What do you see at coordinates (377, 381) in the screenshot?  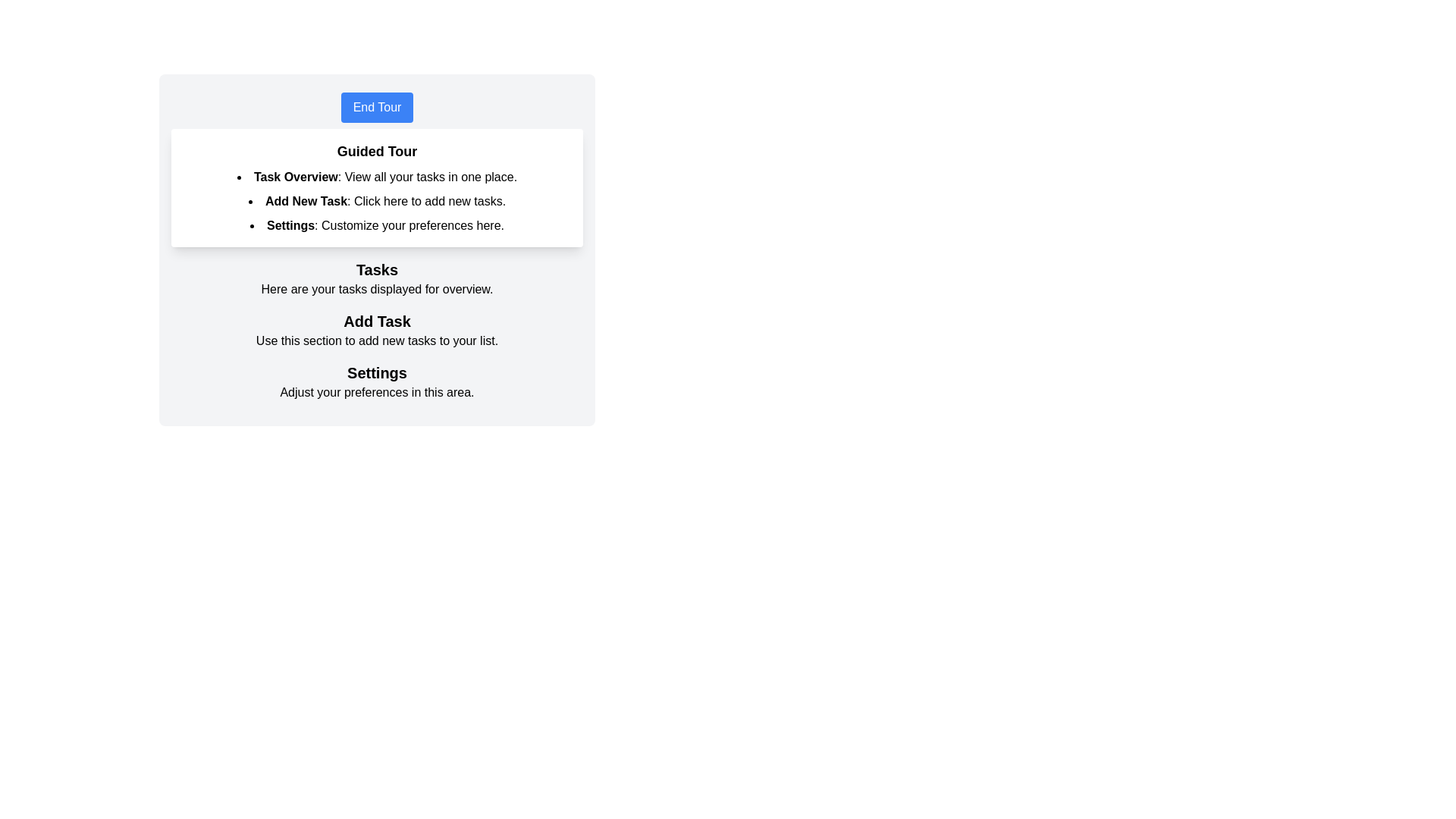 I see `the static text section that provides information about adjusting settings, located below the 'Add Task' section` at bounding box center [377, 381].